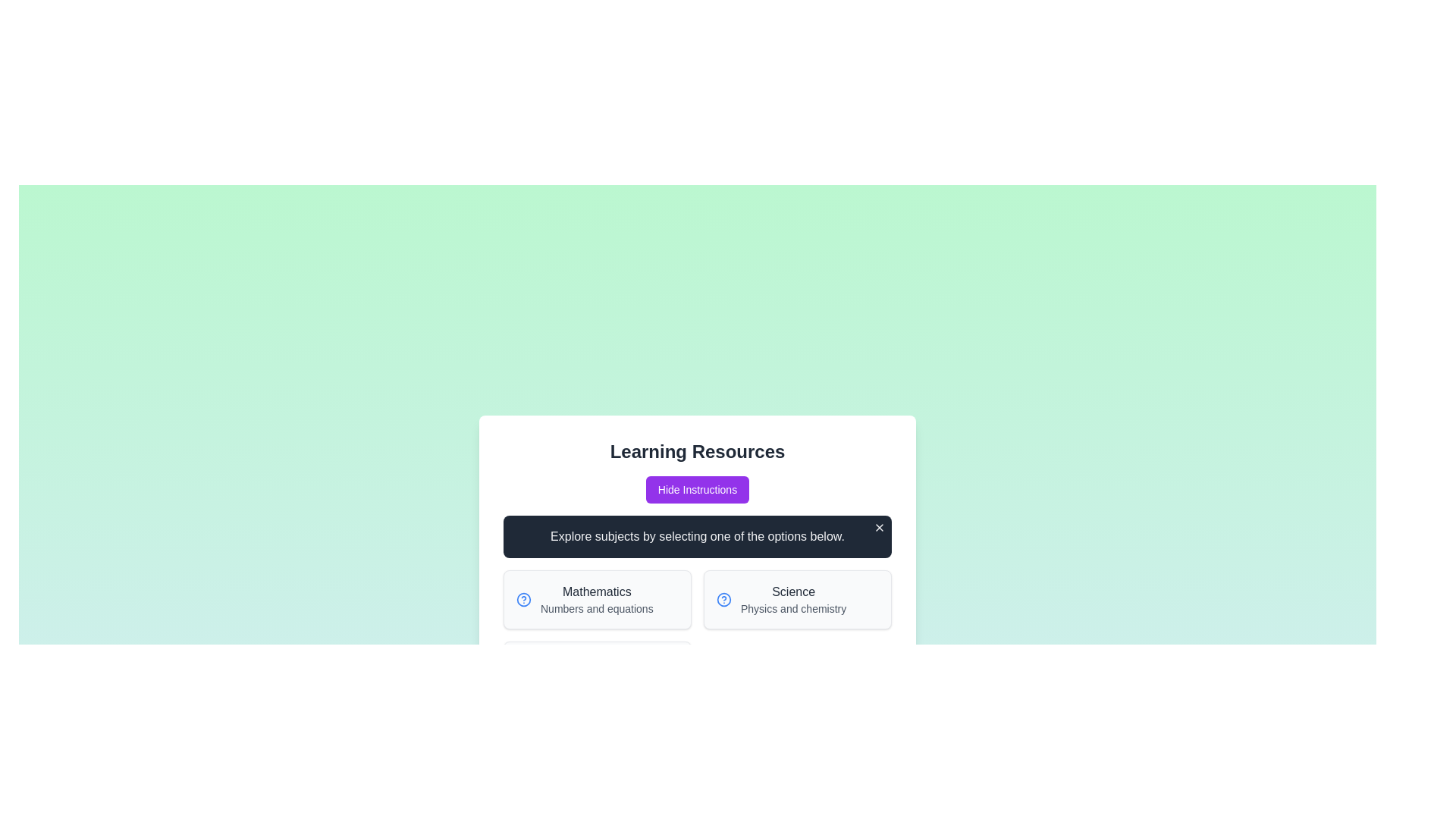 This screenshot has height=819, width=1456. What do you see at coordinates (524, 598) in the screenshot?
I see `the help icon located in the top-left corner of the 'Mathematics' card within the 'Learning Resources' section, which is represented by a question mark symbol` at bounding box center [524, 598].